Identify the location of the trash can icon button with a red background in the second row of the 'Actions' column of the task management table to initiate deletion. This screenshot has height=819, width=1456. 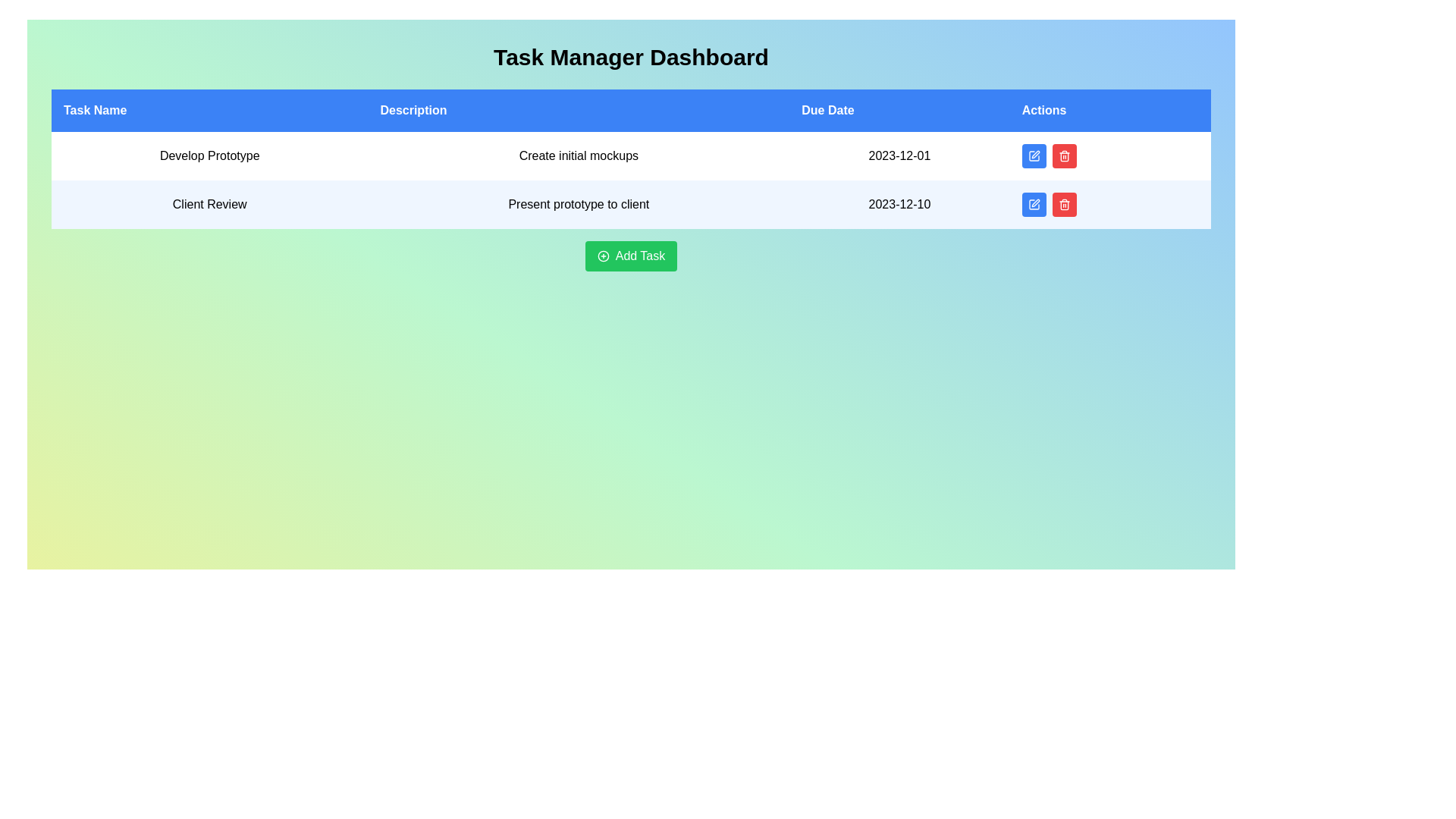
(1063, 205).